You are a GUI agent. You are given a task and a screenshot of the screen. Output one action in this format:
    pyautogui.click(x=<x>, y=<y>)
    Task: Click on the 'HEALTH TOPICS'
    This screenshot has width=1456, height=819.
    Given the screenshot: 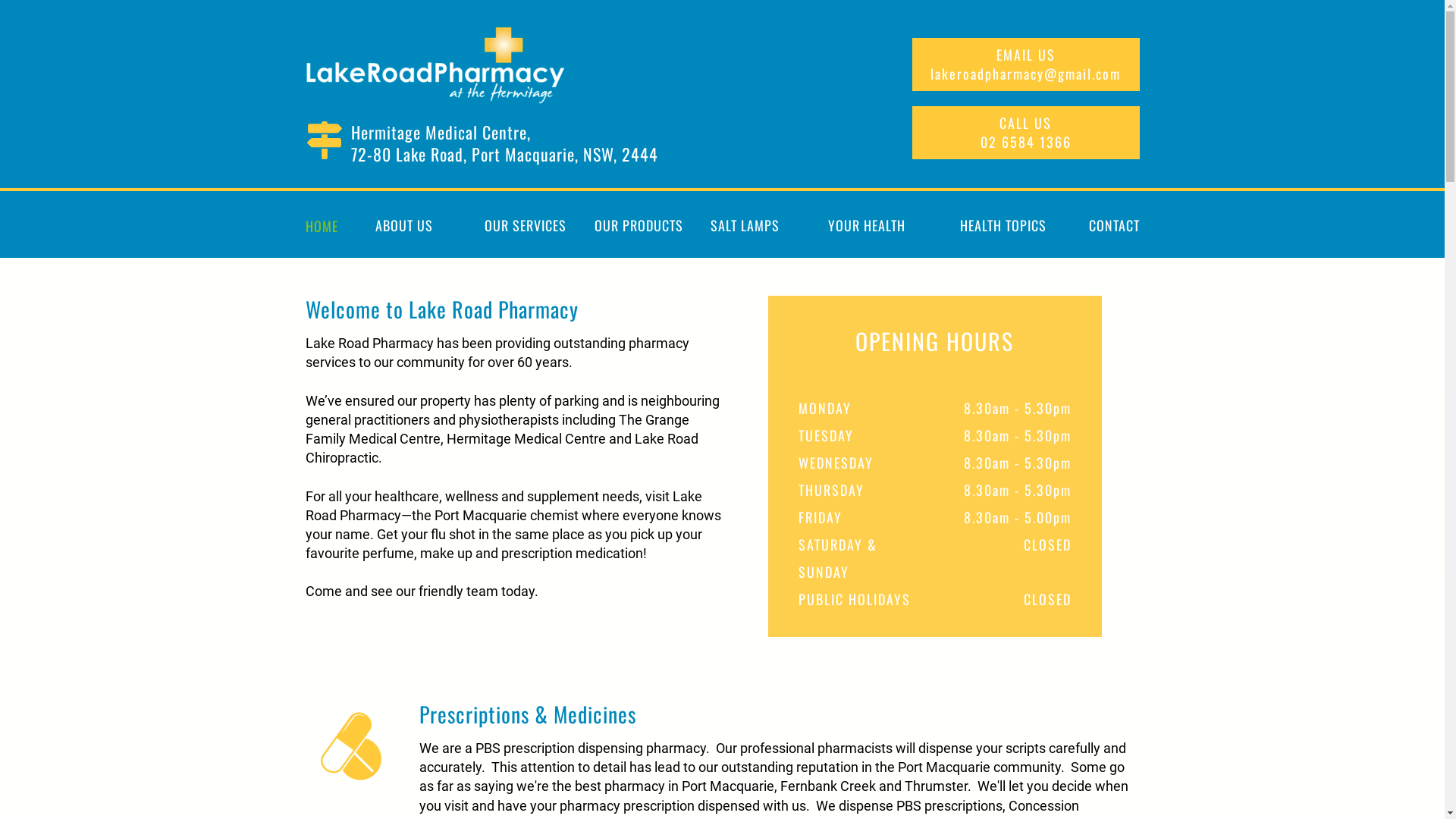 What is the action you would take?
    pyautogui.click(x=1002, y=225)
    